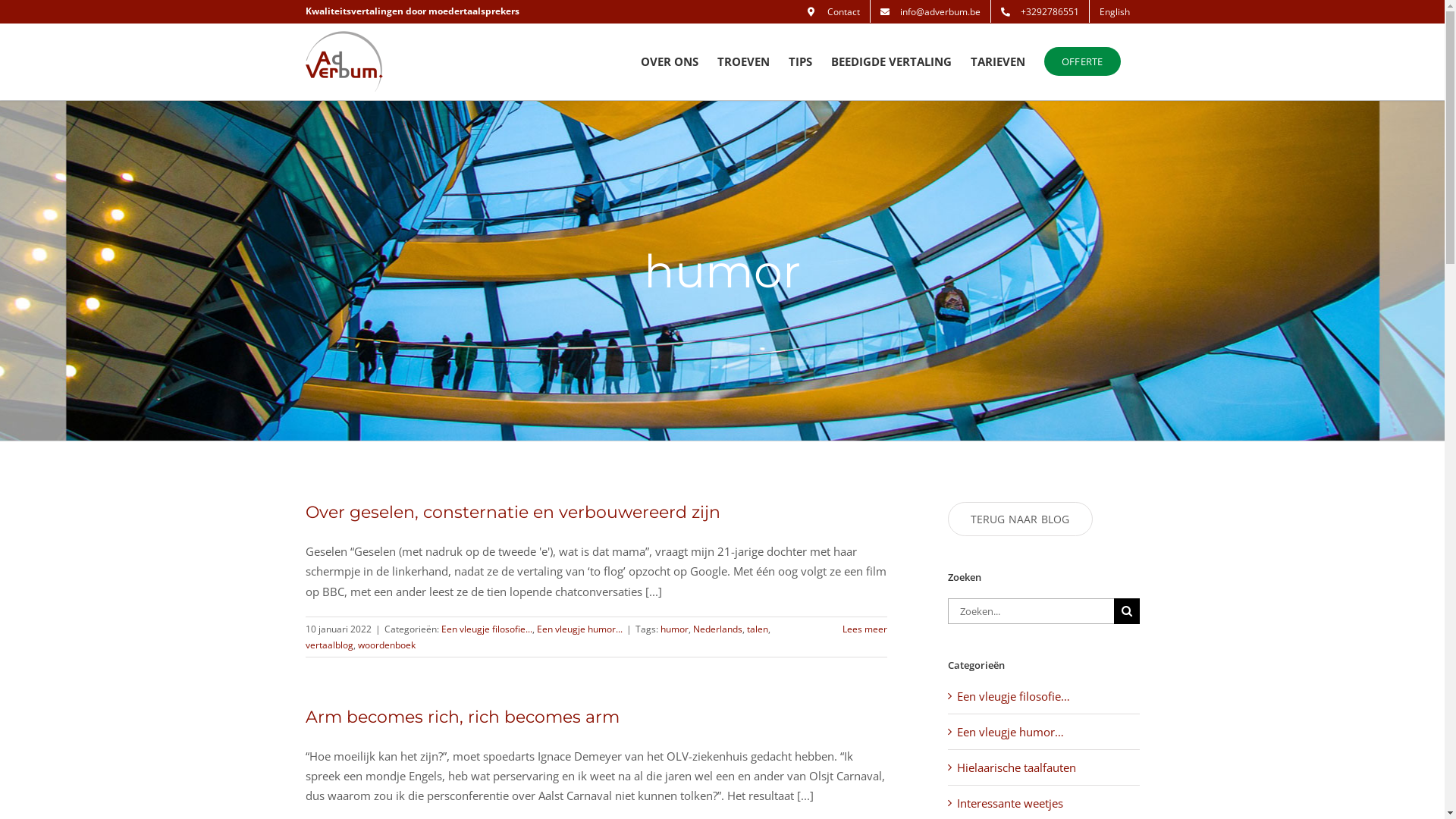 Image resolution: width=1456 pixels, height=819 pixels. Describe the element at coordinates (669, 61) in the screenshot. I see `'OVER ONS'` at that location.